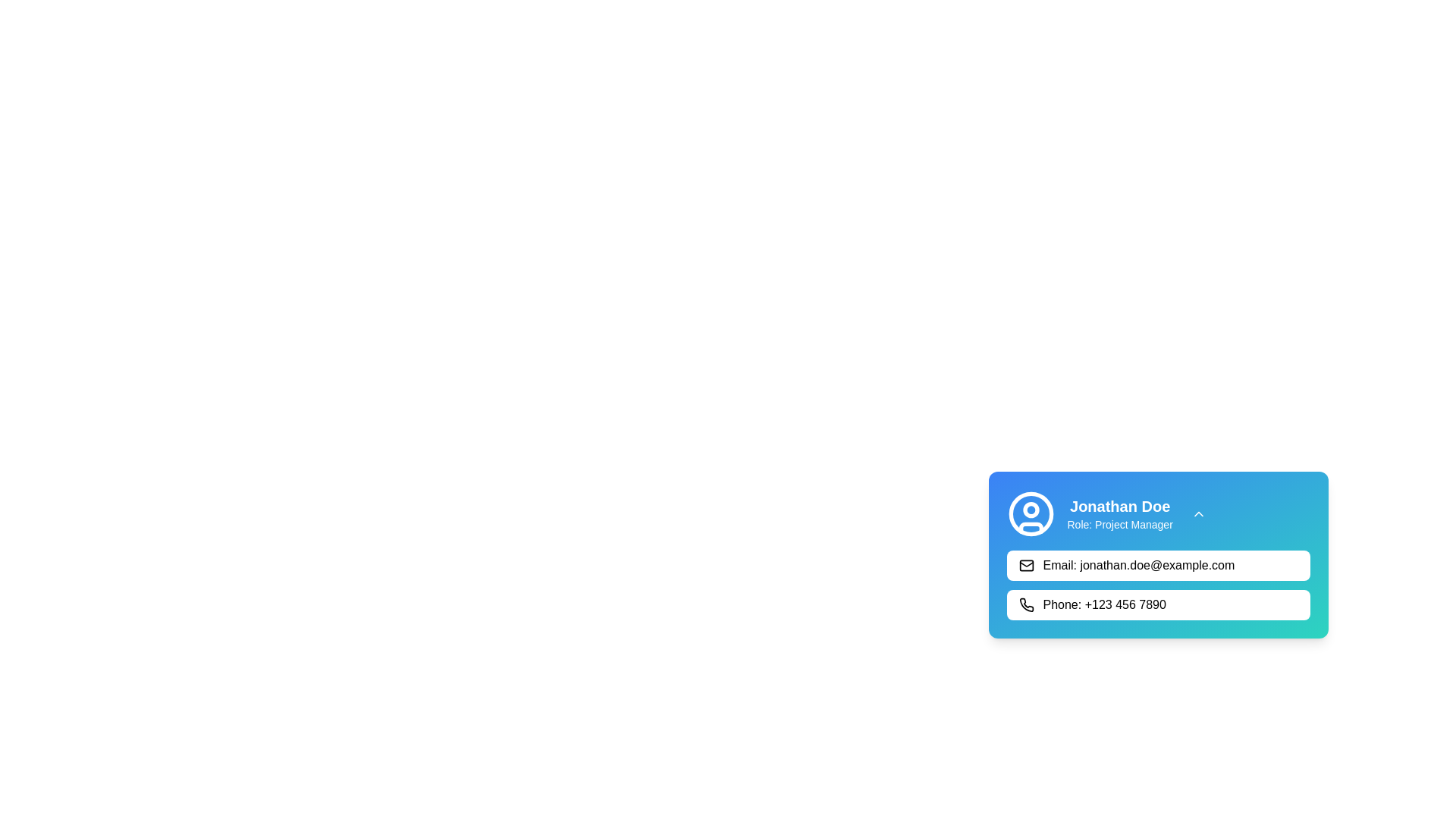  I want to click on the circular icon component located in the upper left corner of the user information card, so click(1031, 510).